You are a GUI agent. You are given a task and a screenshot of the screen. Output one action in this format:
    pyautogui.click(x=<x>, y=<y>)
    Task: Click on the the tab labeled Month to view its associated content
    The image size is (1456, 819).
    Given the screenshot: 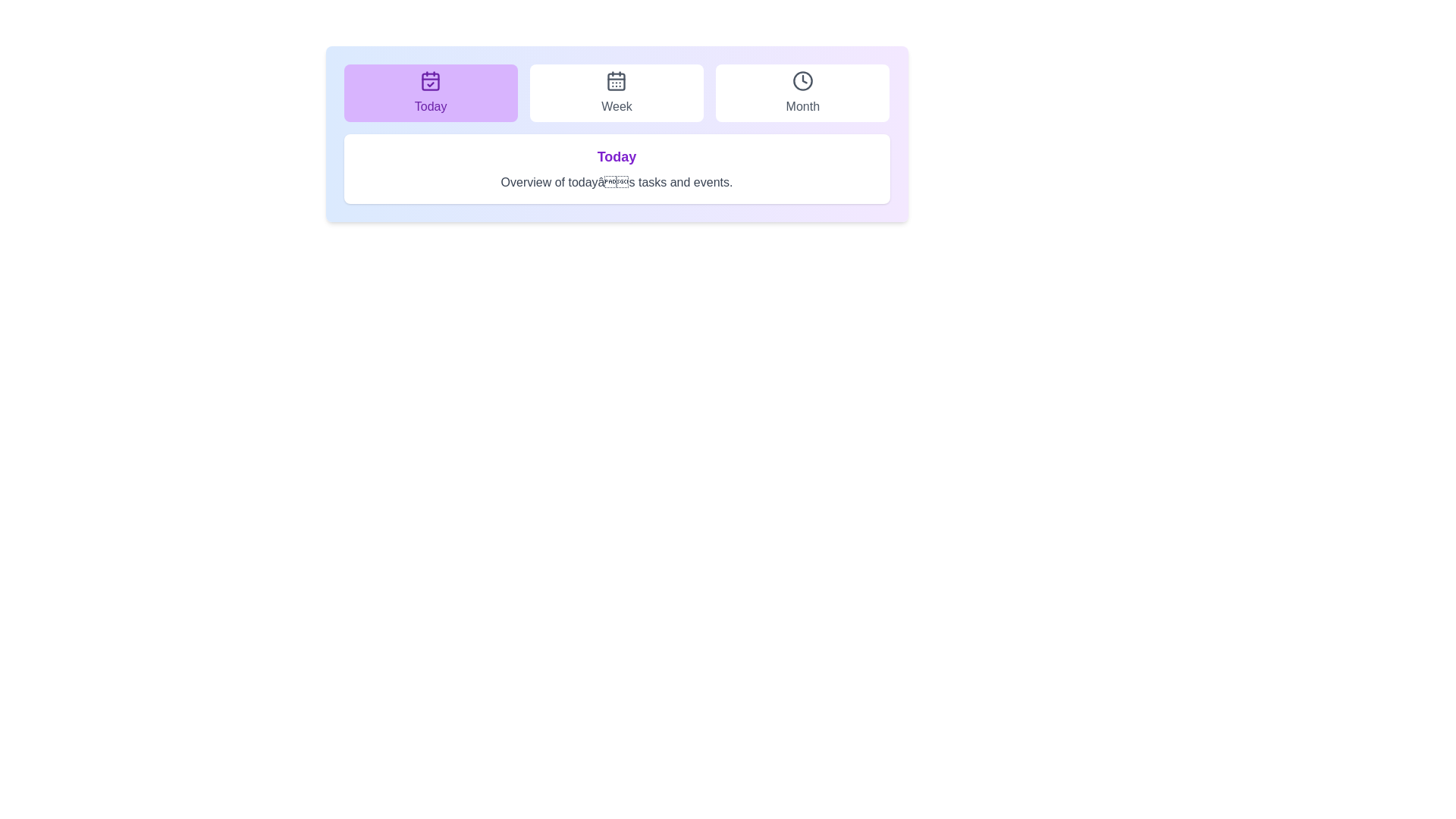 What is the action you would take?
    pyautogui.click(x=802, y=93)
    